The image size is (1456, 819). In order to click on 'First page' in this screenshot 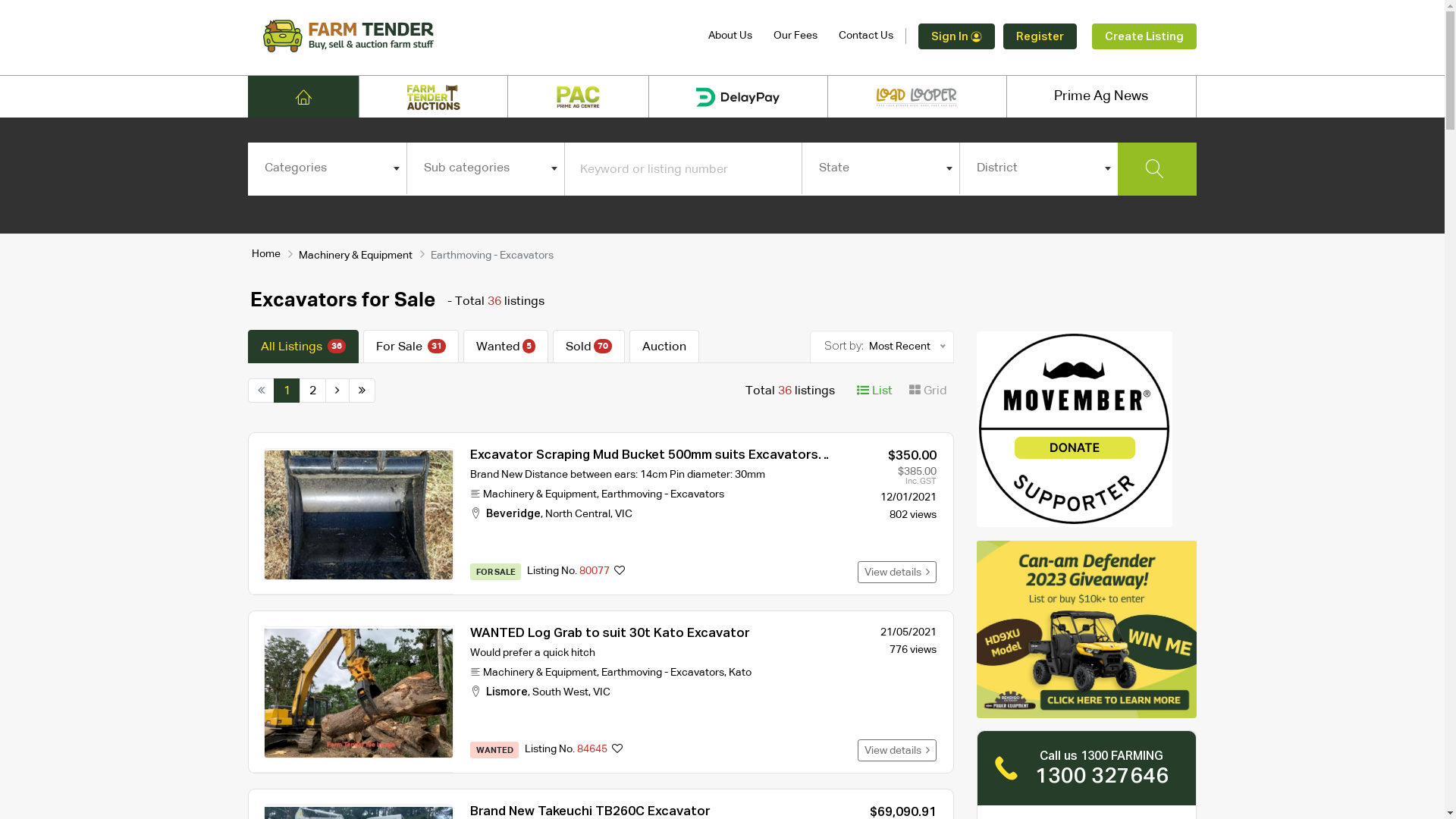, I will do `click(261, 390)`.